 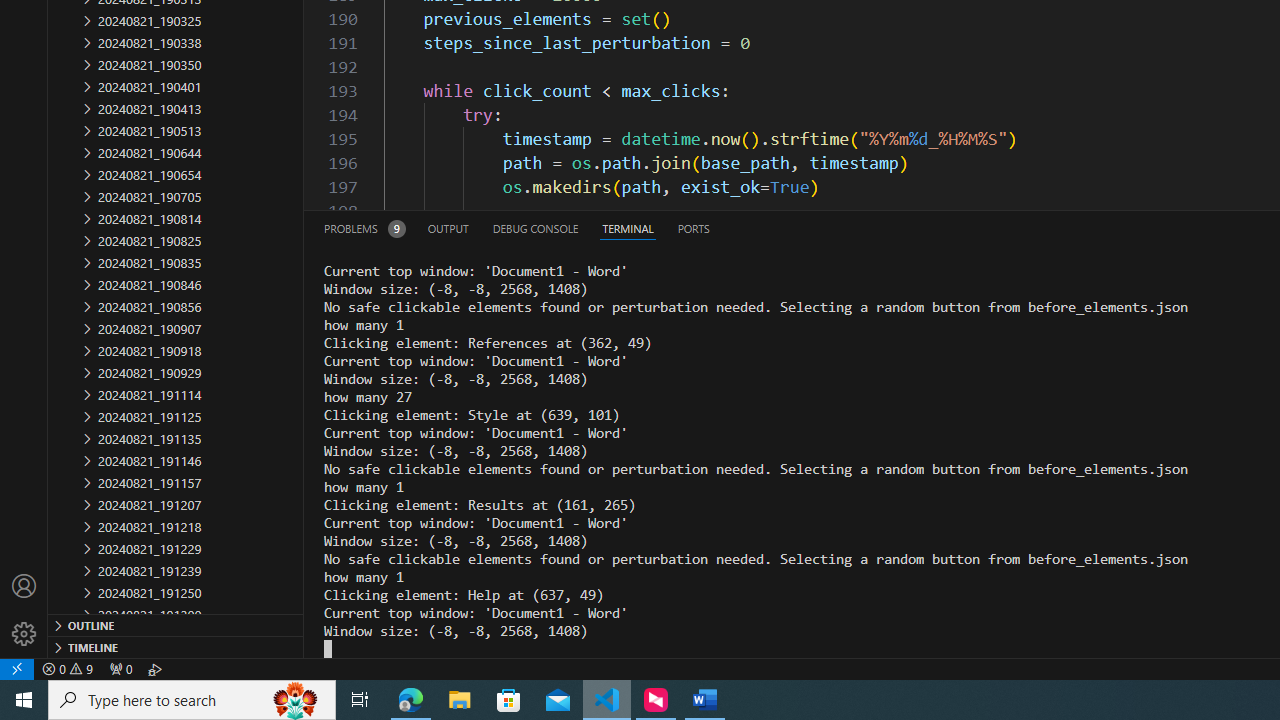 What do you see at coordinates (17, 668) in the screenshot?
I see `'remote'` at bounding box center [17, 668].